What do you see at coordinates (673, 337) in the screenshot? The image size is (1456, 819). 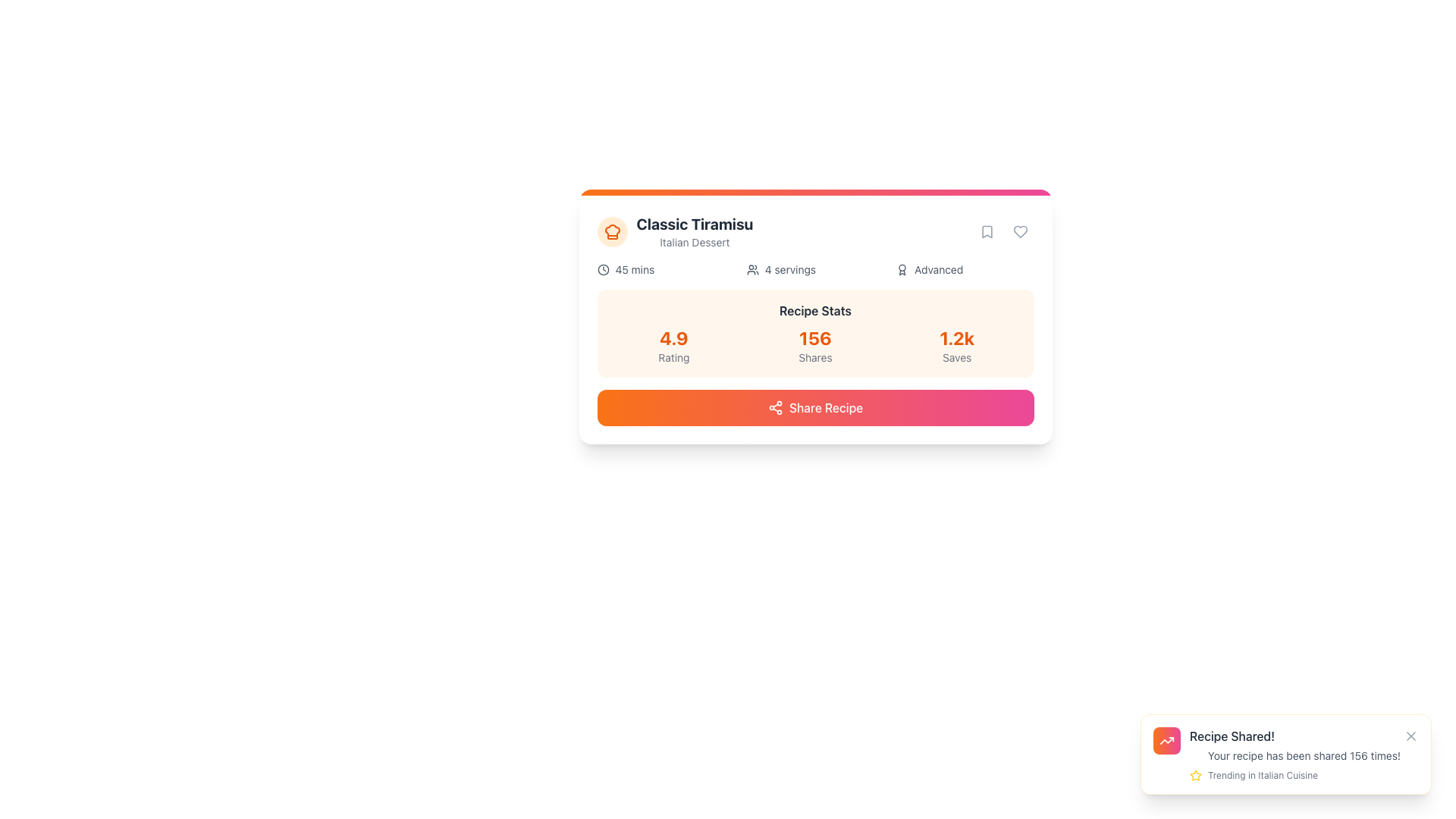 I see `the static text displaying the average rating for the recipe, located in the top-left section of the 'Recipe Stats' area, above the label 'Rating'` at bounding box center [673, 337].